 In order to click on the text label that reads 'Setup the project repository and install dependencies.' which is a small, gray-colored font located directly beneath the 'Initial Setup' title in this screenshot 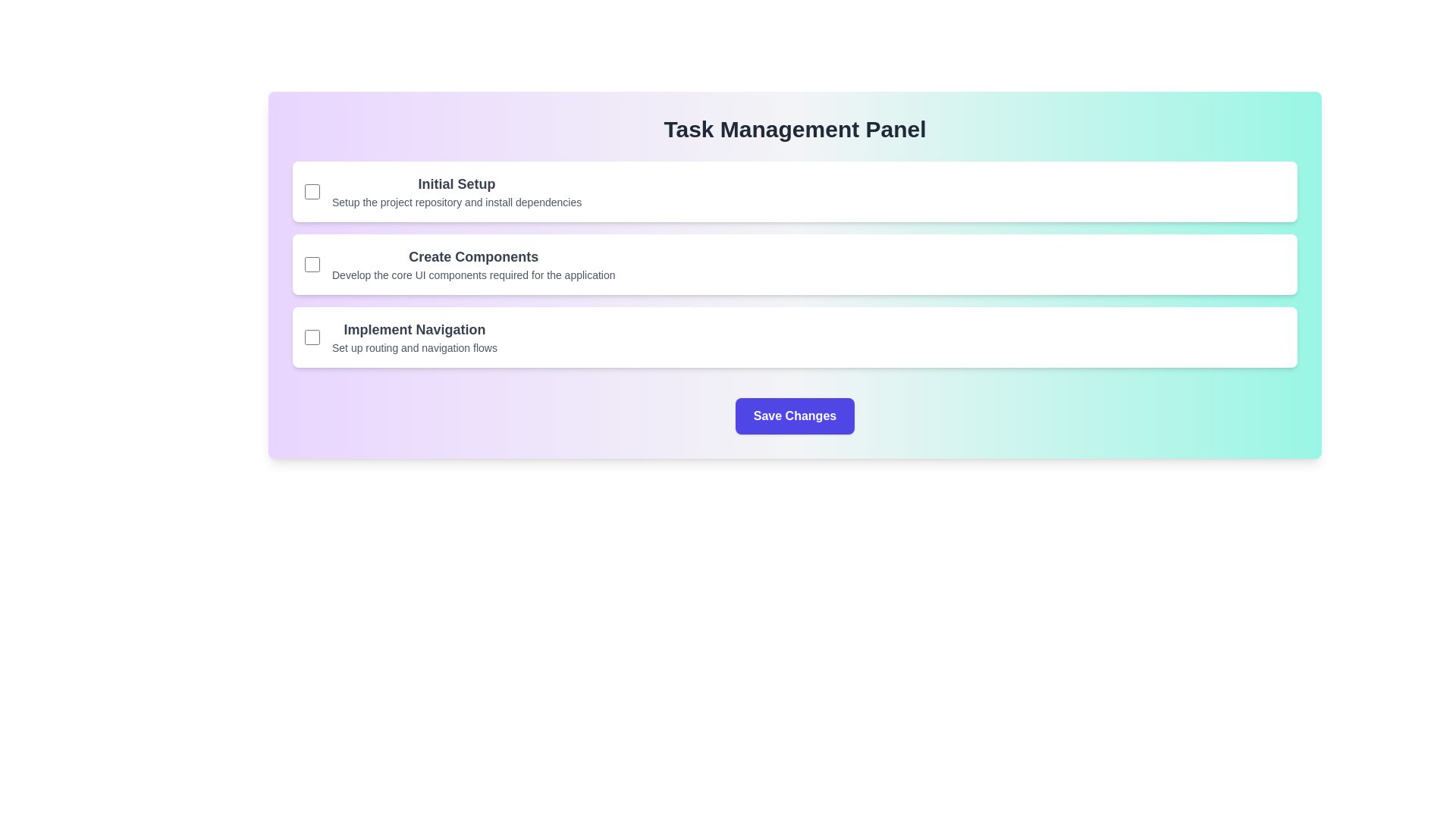, I will do `click(456, 201)`.